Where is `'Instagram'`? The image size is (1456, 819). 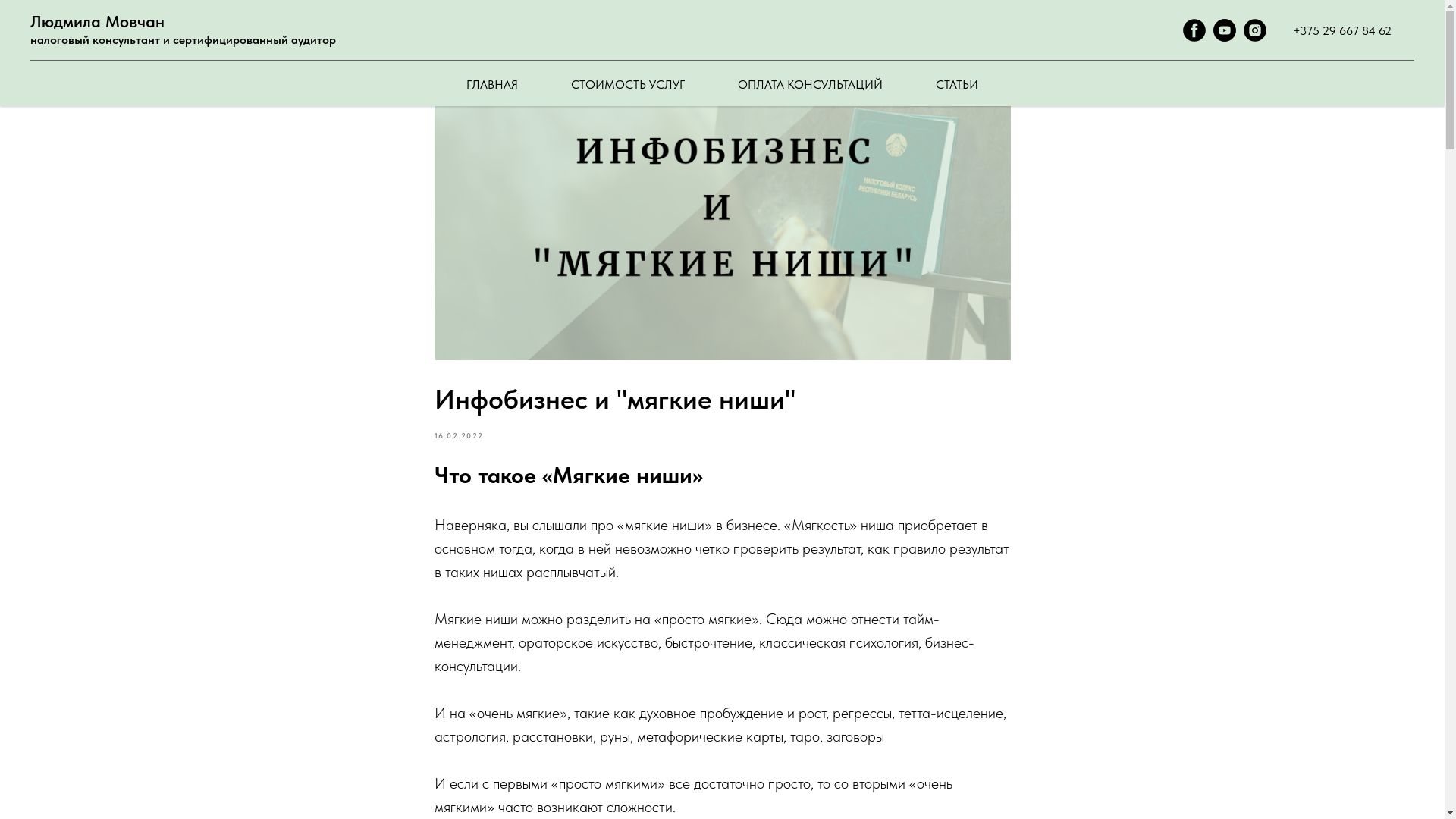 'Instagram' is located at coordinates (1255, 36).